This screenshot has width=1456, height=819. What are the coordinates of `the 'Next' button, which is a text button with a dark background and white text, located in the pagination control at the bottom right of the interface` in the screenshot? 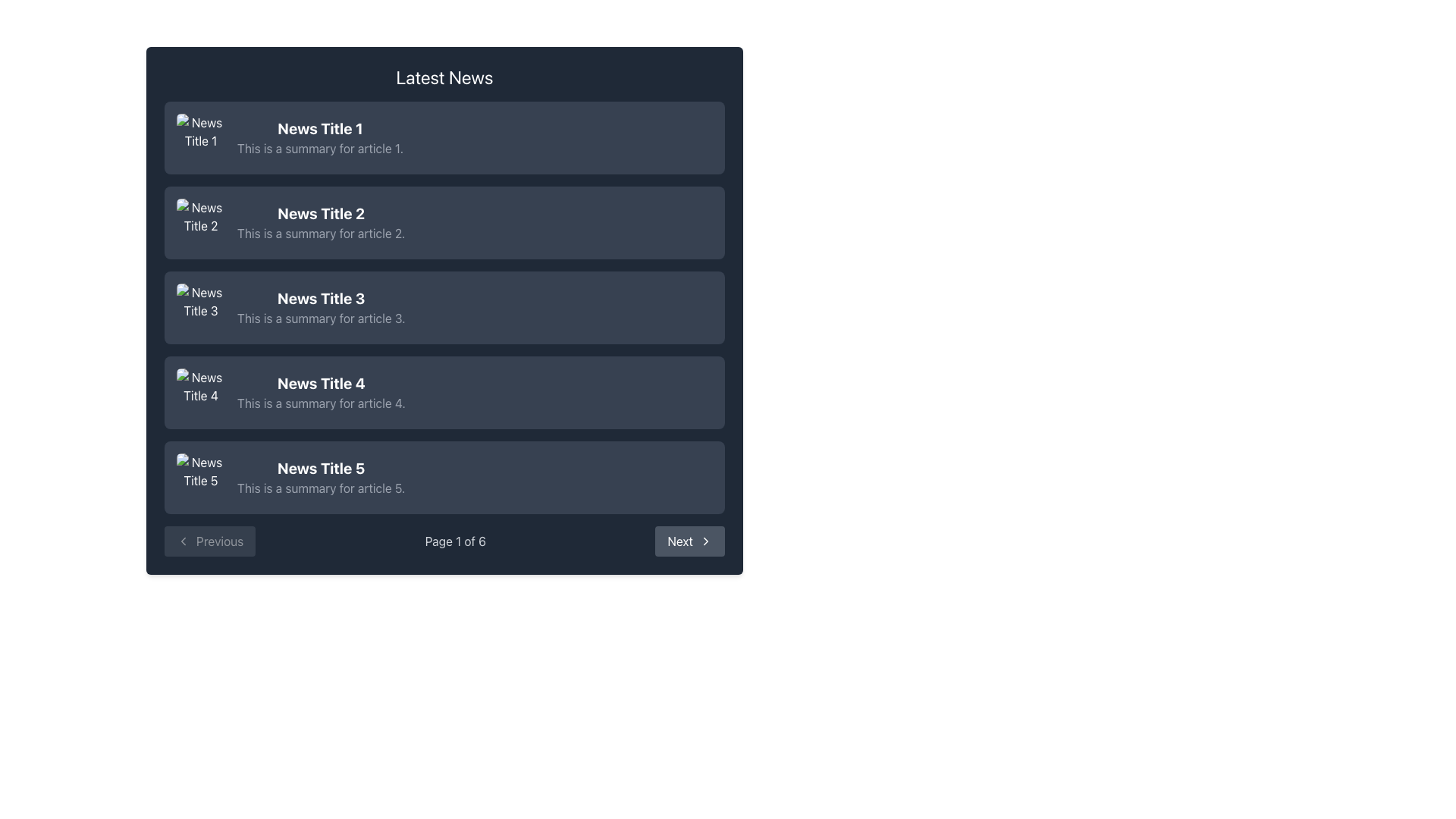 It's located at (689, 540).